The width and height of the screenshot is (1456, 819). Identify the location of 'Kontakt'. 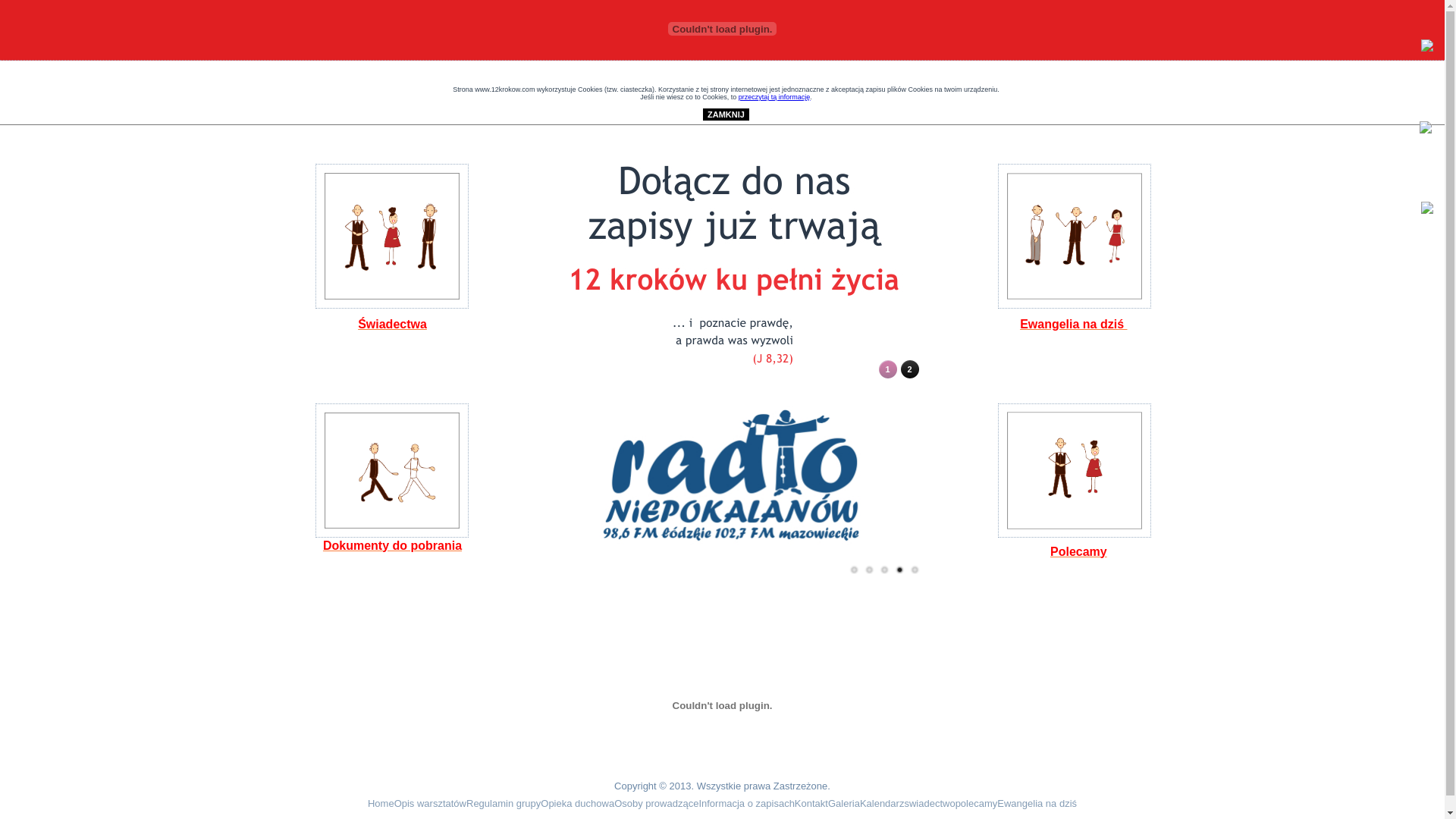
(811, 803).